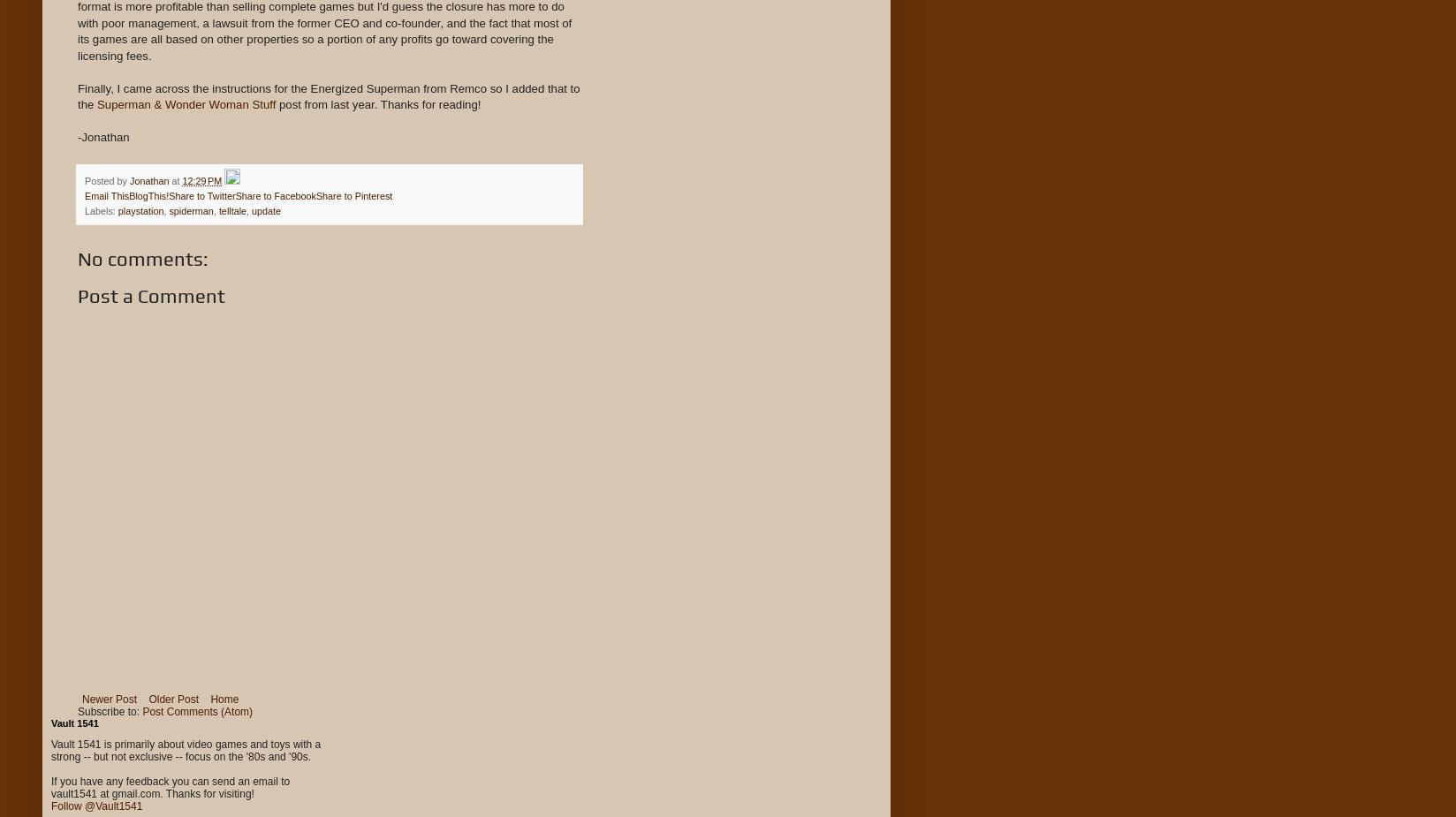  Describe the element at coordinates (170, 787) in the screenshot. I see `'If you have any feedback you can send an email to vault1541 at gmail.com. Thanks for visiting!'` at that location.